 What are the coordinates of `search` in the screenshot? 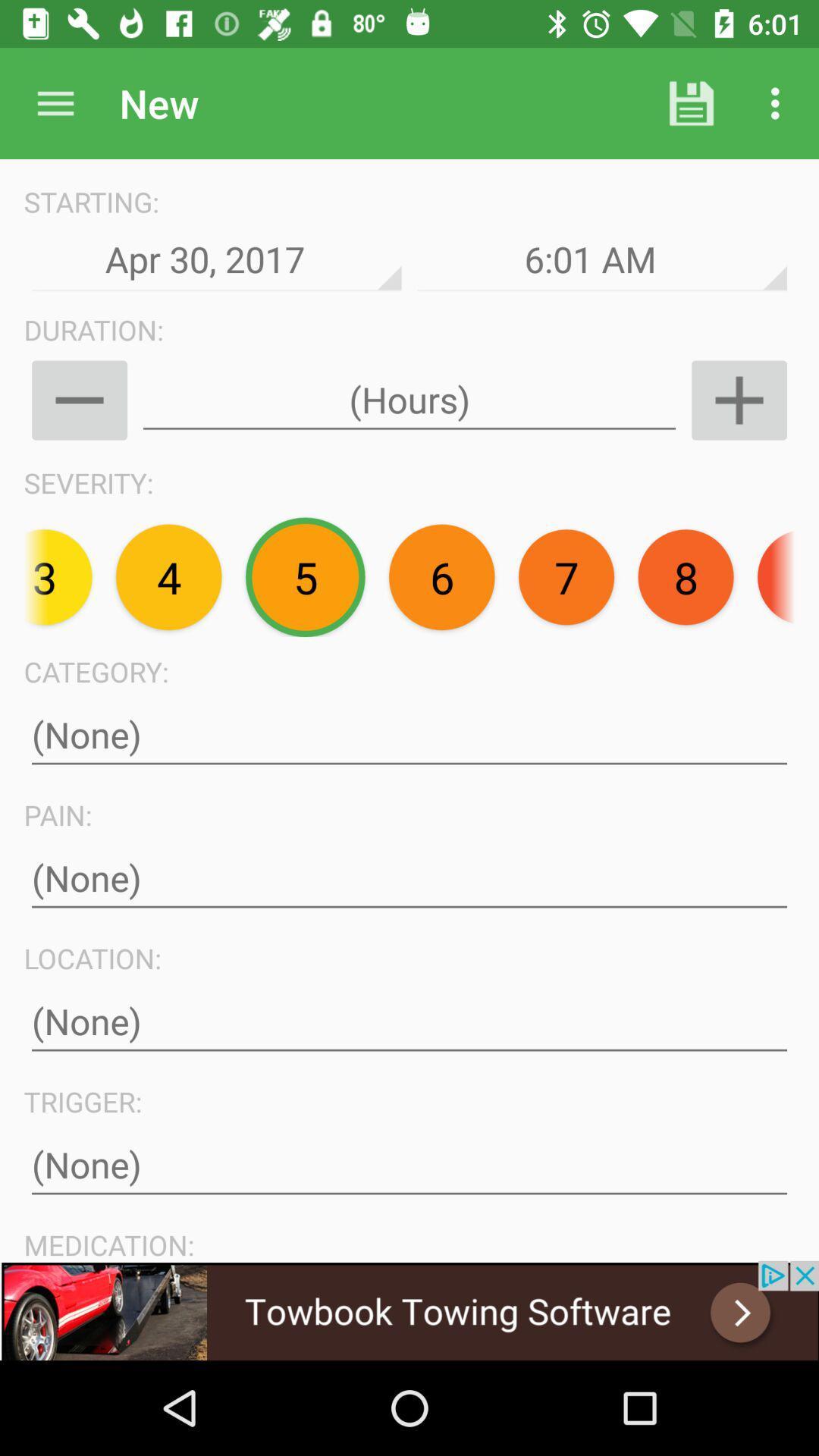 It's located at (55, 102).